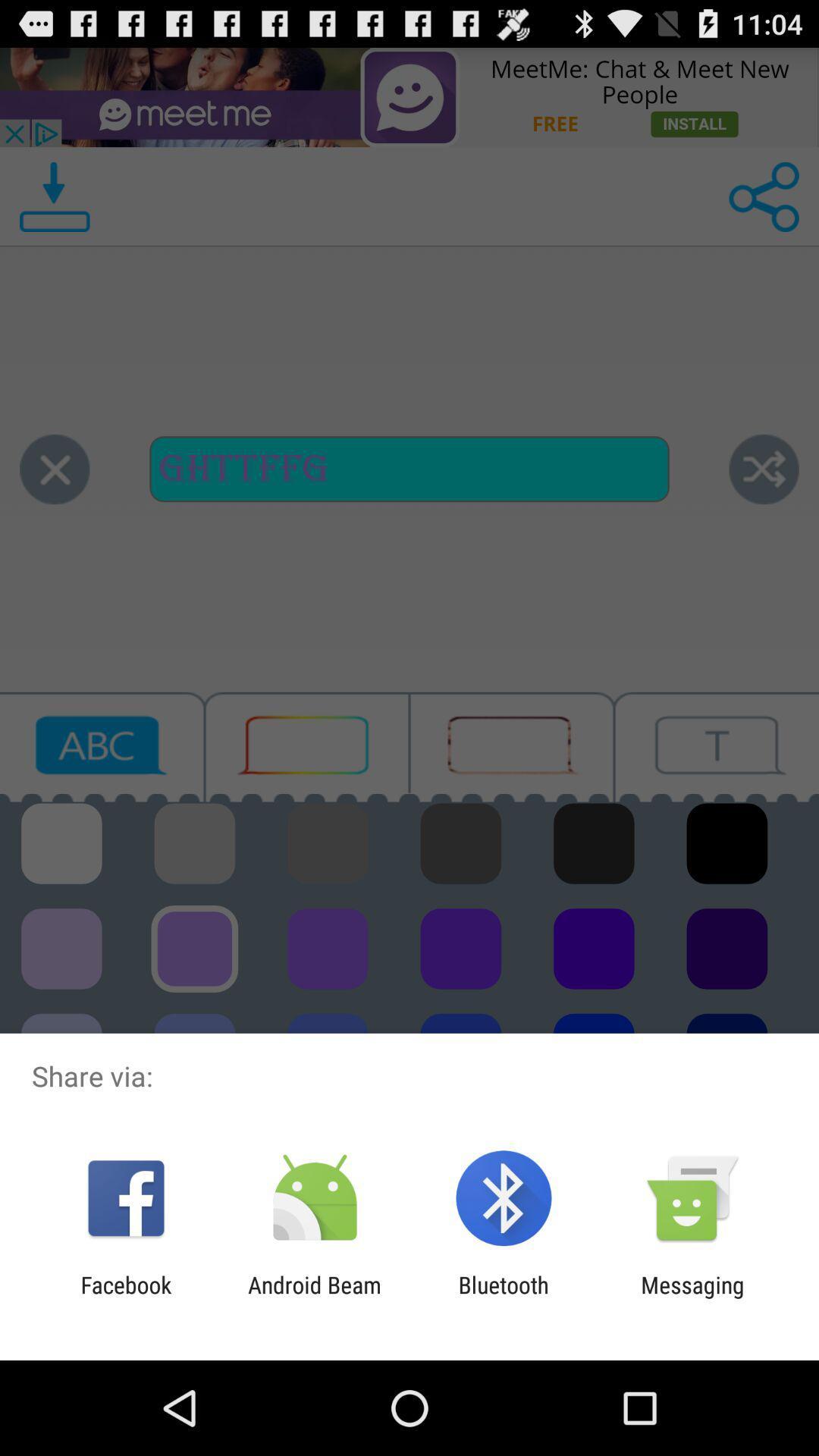 This screenshot has width=819, height=1456. Describe the element at coordinates (504, 1298) in the screenshot. I see `item to the left of messaging item` at that location.